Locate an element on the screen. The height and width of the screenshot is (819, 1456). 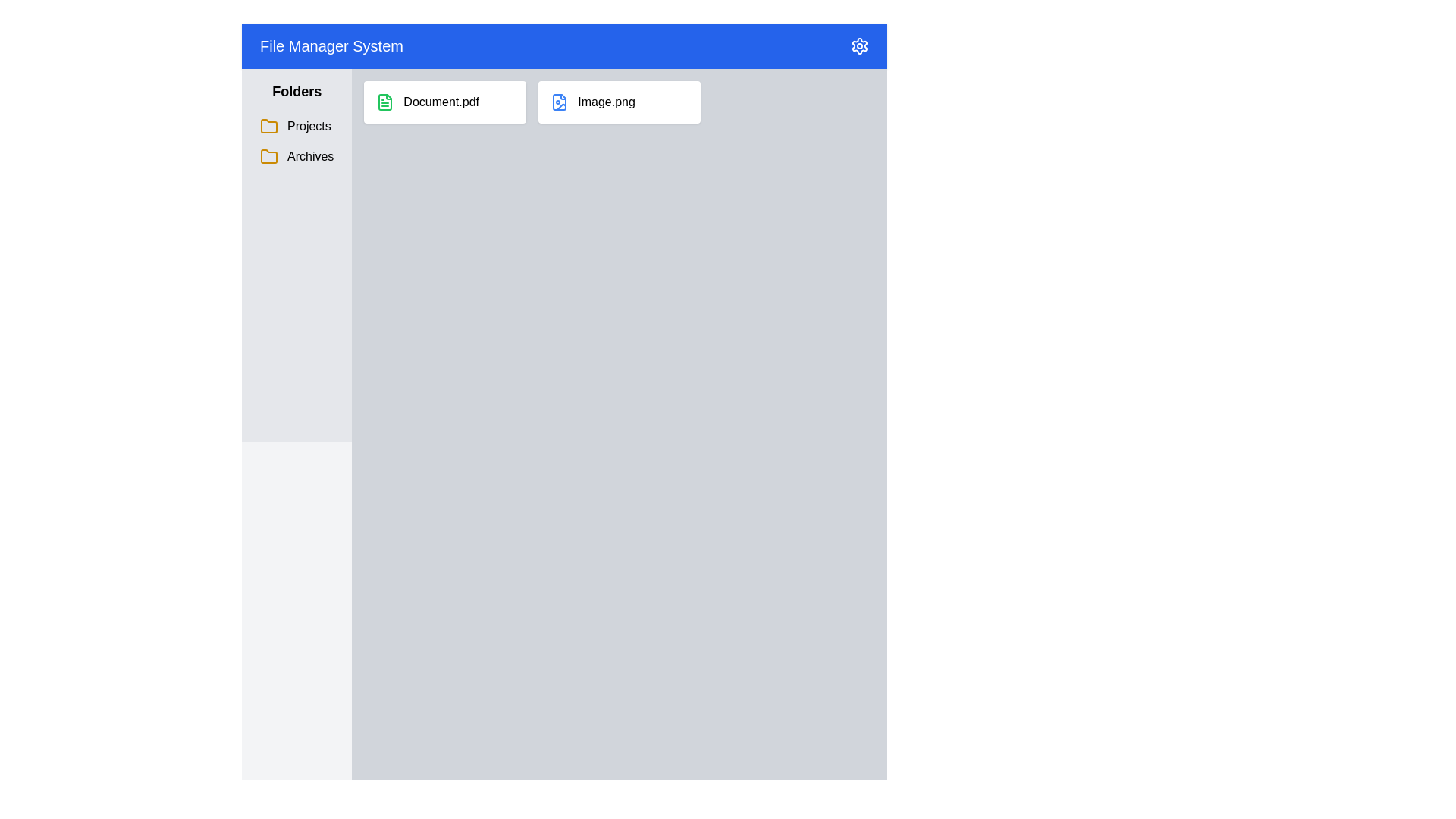
the 'Projects' folder icon located in the left navigation panel is located at coordinates (269, 125).